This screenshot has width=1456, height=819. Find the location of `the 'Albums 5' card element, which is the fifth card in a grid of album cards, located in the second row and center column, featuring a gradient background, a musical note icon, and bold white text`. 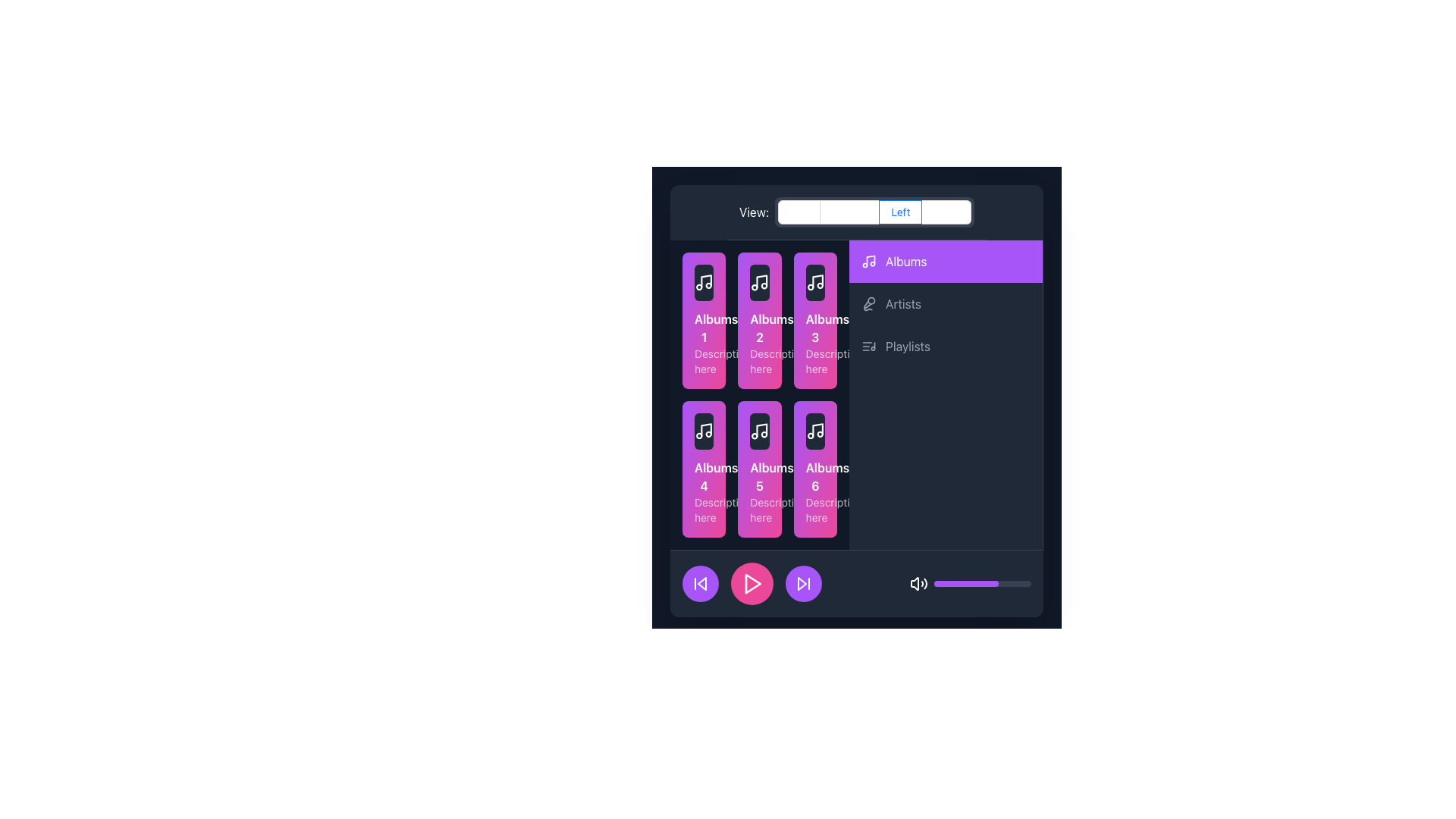

the 'Albums 5' card element, which is the fifth card in a grid of album cards, located in the second row and center column, featuring a gradient background, a musical note icon, and bold white text is located at coordinates (760, 468).